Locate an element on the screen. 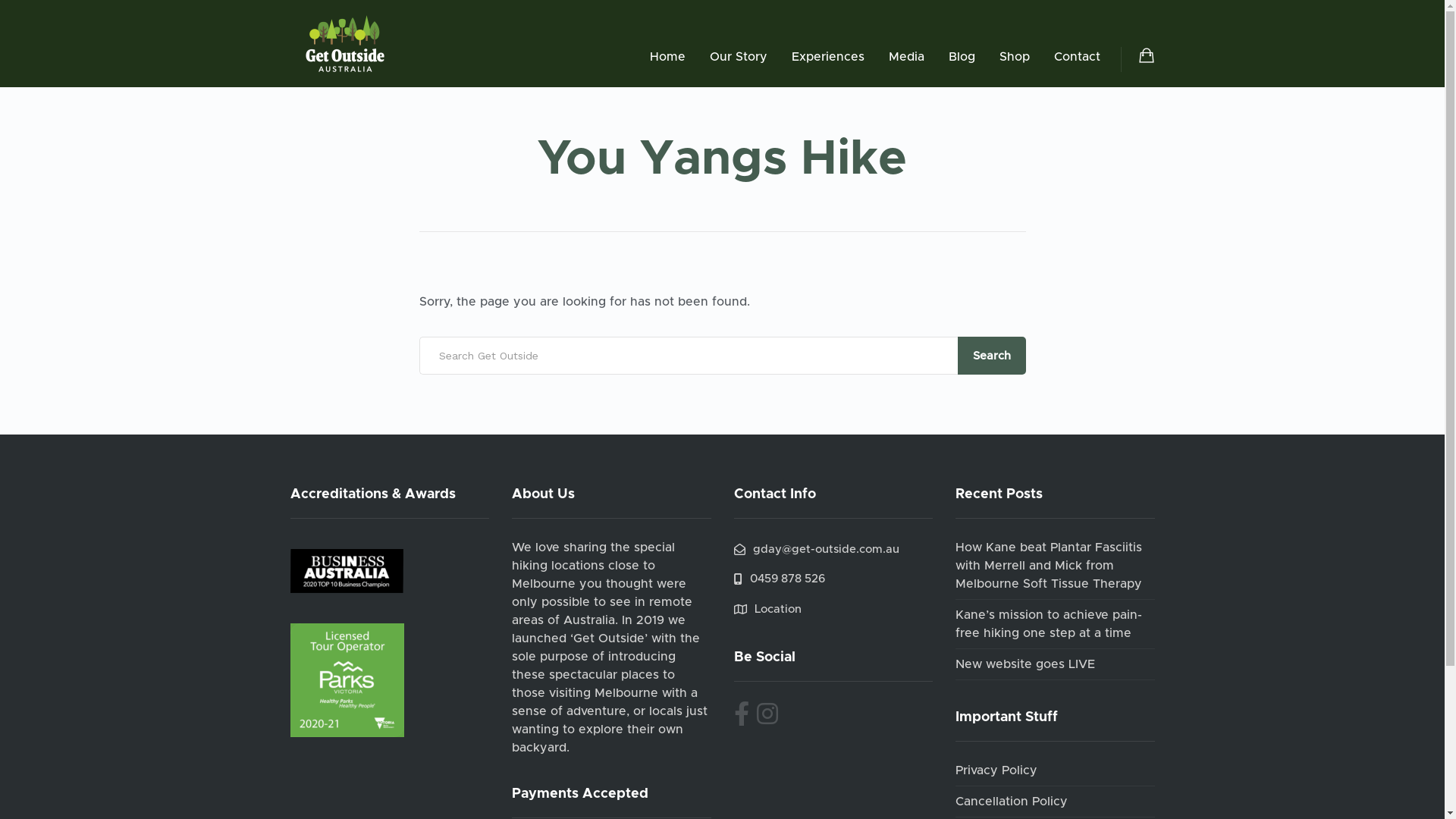 This screenshot has height=819, width=1456. 'Home' is located at coordinates (667, 55).